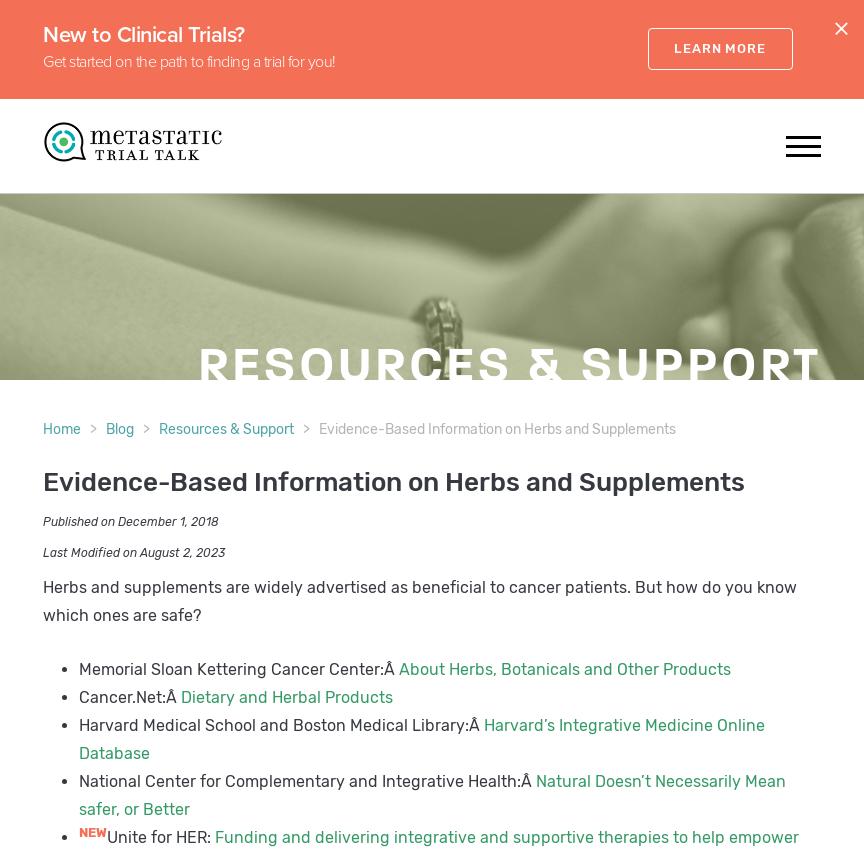 This screenshot has width=864, height=855. I want to click on 'Harvard’s Integrative Medicine Online Database', so click(420, 739).